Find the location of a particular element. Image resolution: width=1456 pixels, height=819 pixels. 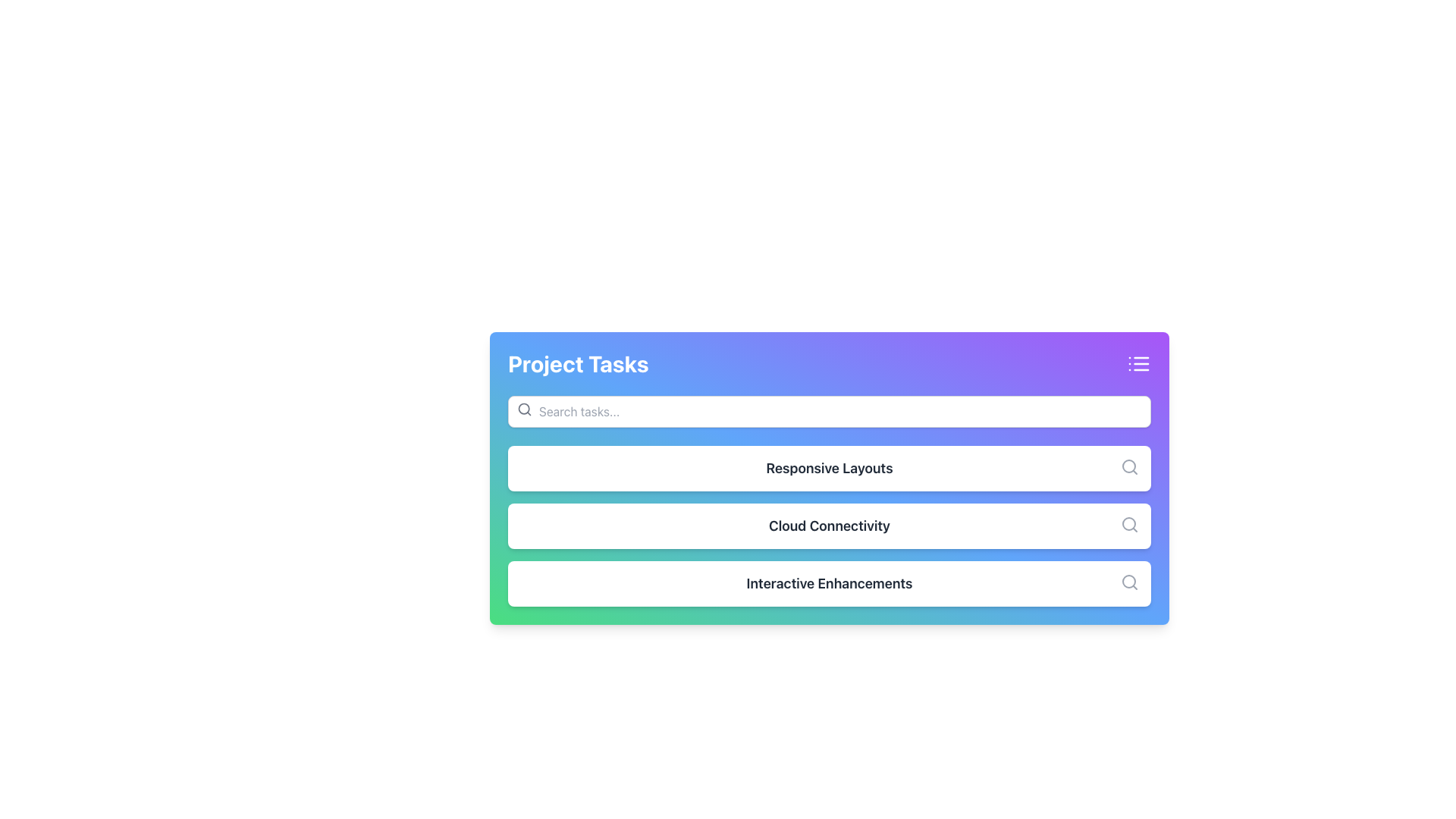

the central circular part of the search icon located on the right side of the 'Responsive Layouts' task entry is located at coordinates (1128, 465).